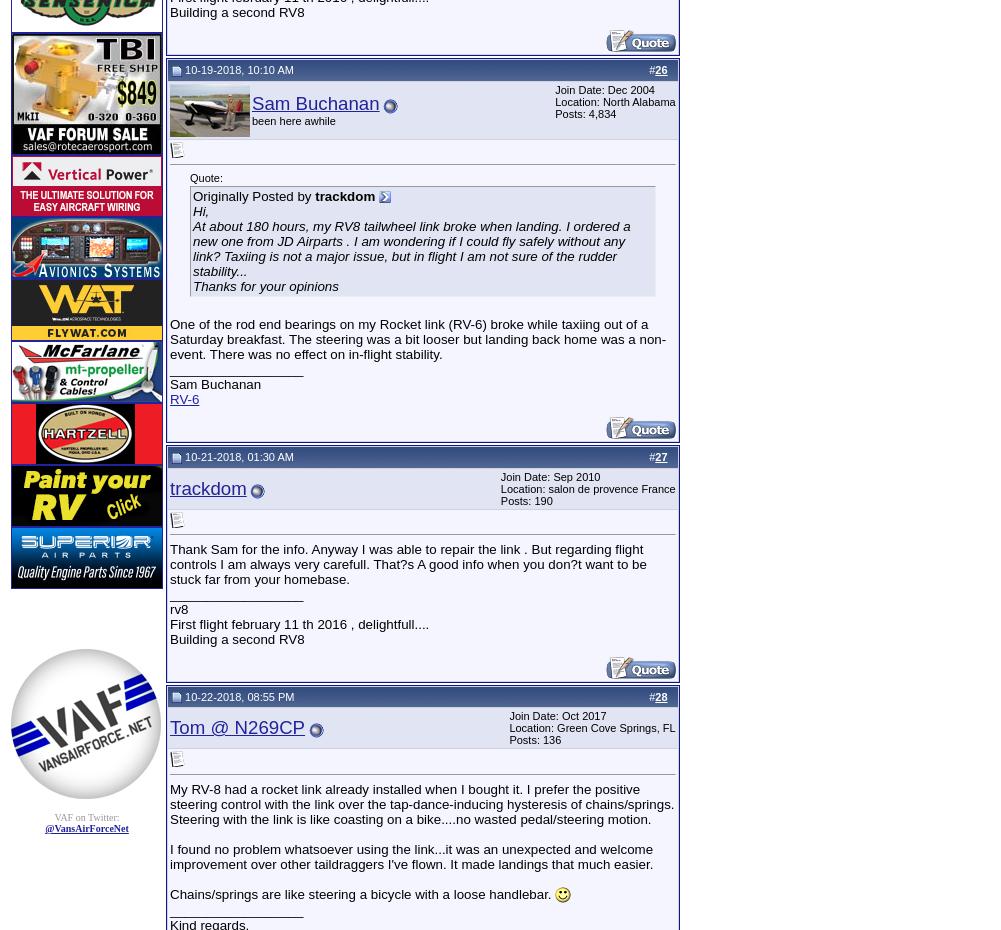 This screenshot has width=1001, height=930. I want to click on 'Tom @ N269CP', so click(236, 727).